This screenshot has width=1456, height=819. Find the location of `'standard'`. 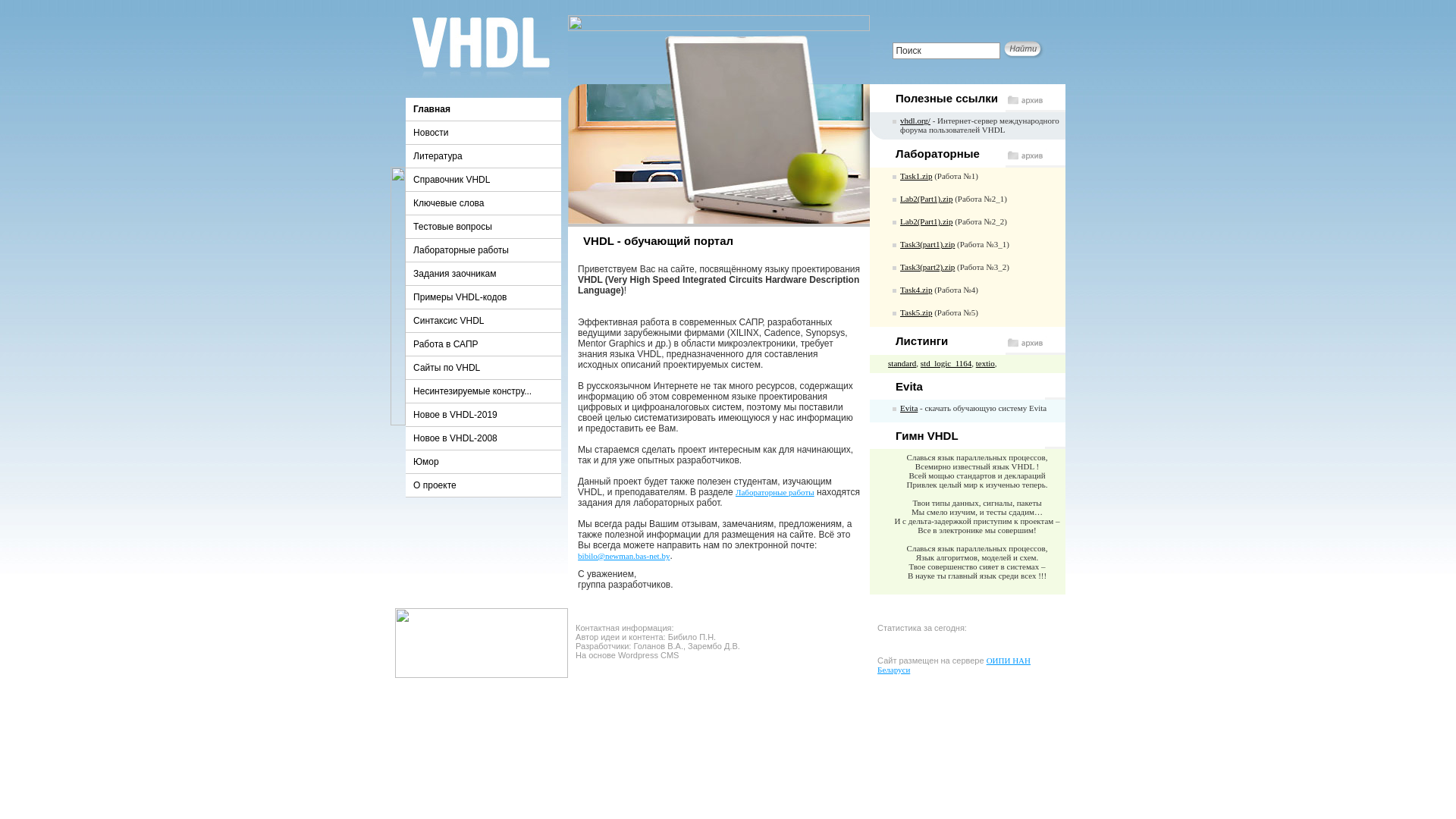

'standard' is located at coordinates (902, 362).